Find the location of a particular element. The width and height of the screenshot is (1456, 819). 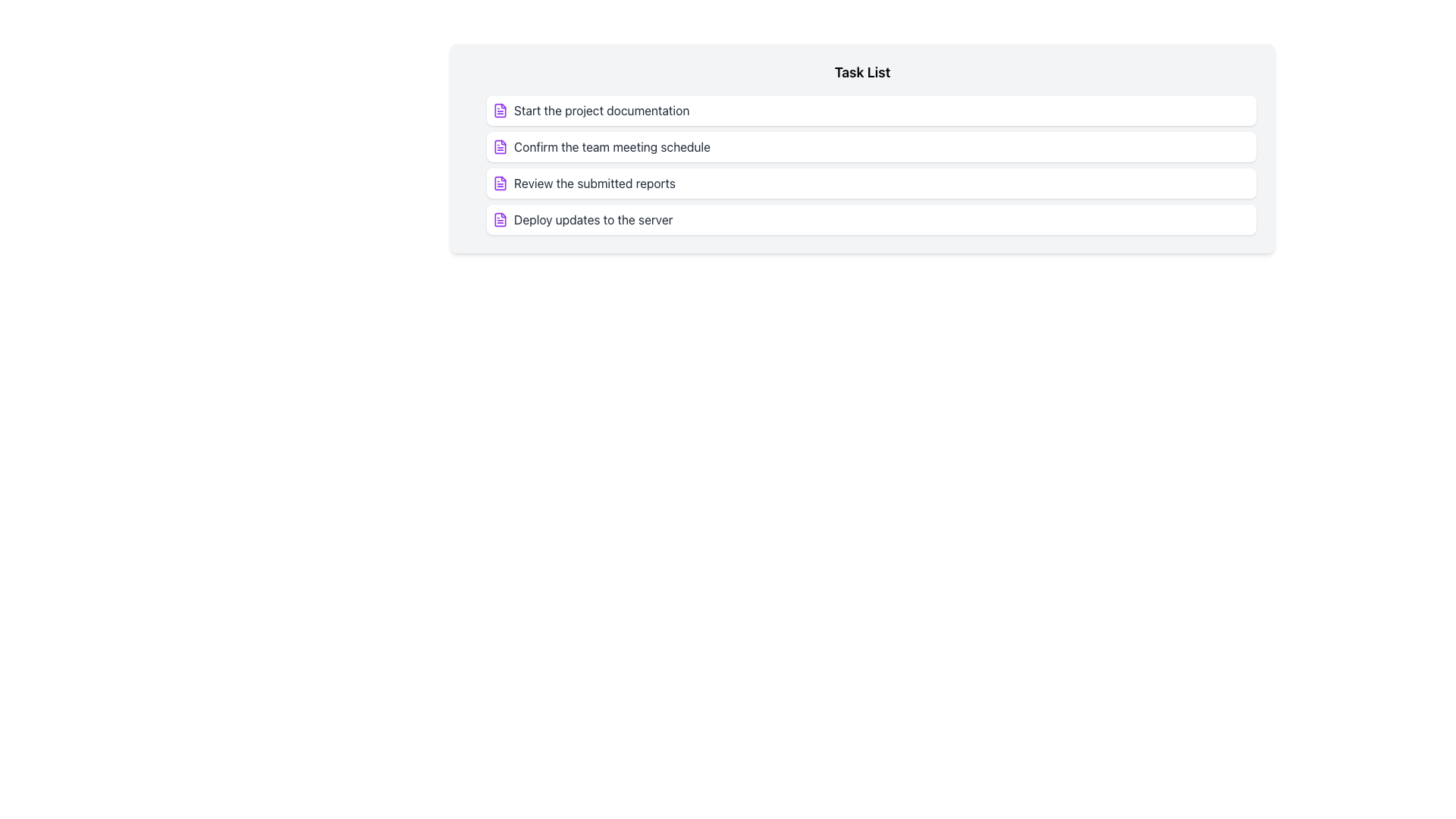

the icon representing the action related to the document, positioned inside the first list item of the 'Task List', to the left of the text 'Start the project documentation' is located at coordinates (500, 110).